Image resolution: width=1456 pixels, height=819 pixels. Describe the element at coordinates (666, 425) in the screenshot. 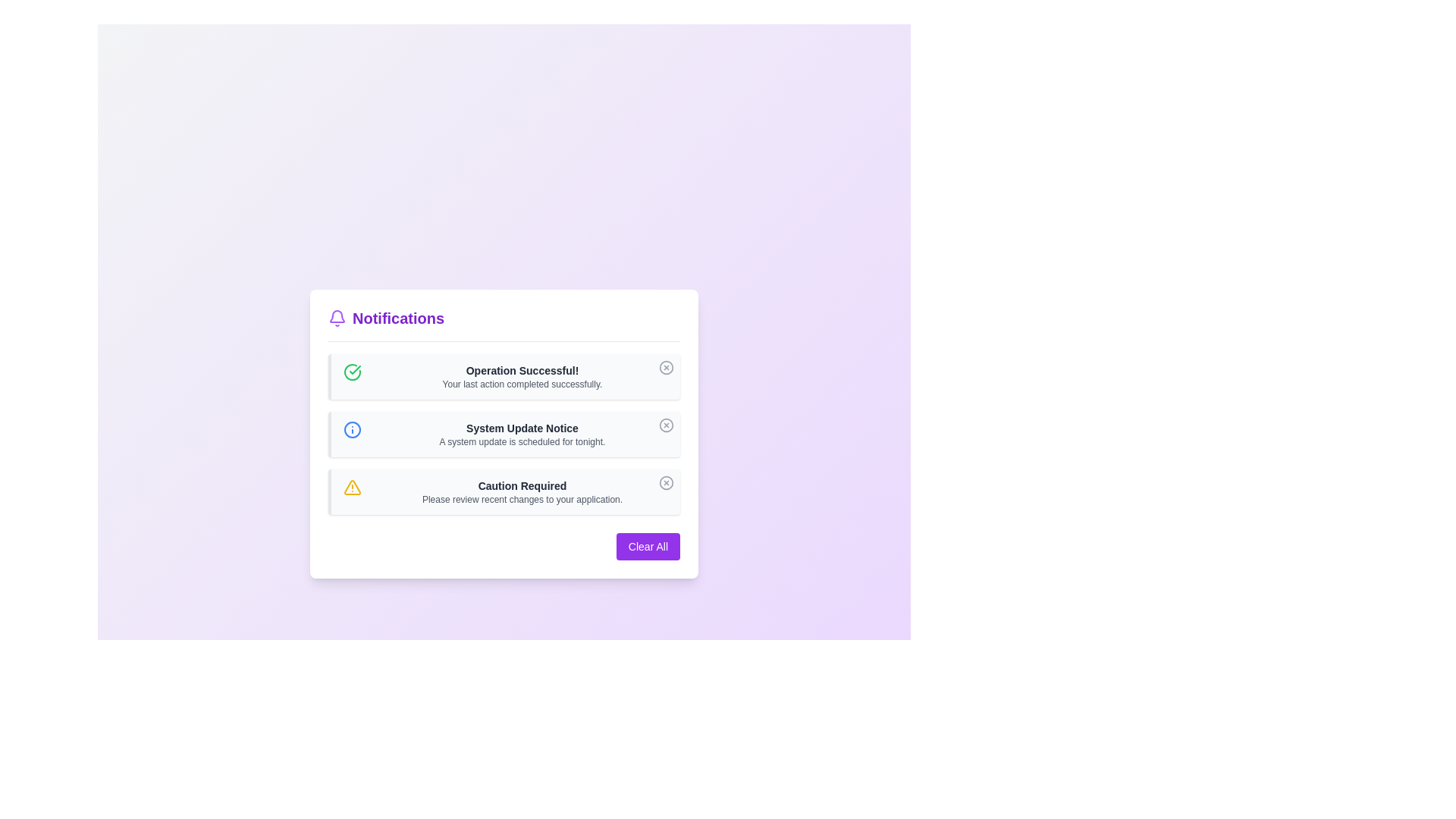

I see `the circular SVG element that serves as a close icon for the second notification entry, adjacent to the 'System Update Notice' text, for keyboard actions` at that location.